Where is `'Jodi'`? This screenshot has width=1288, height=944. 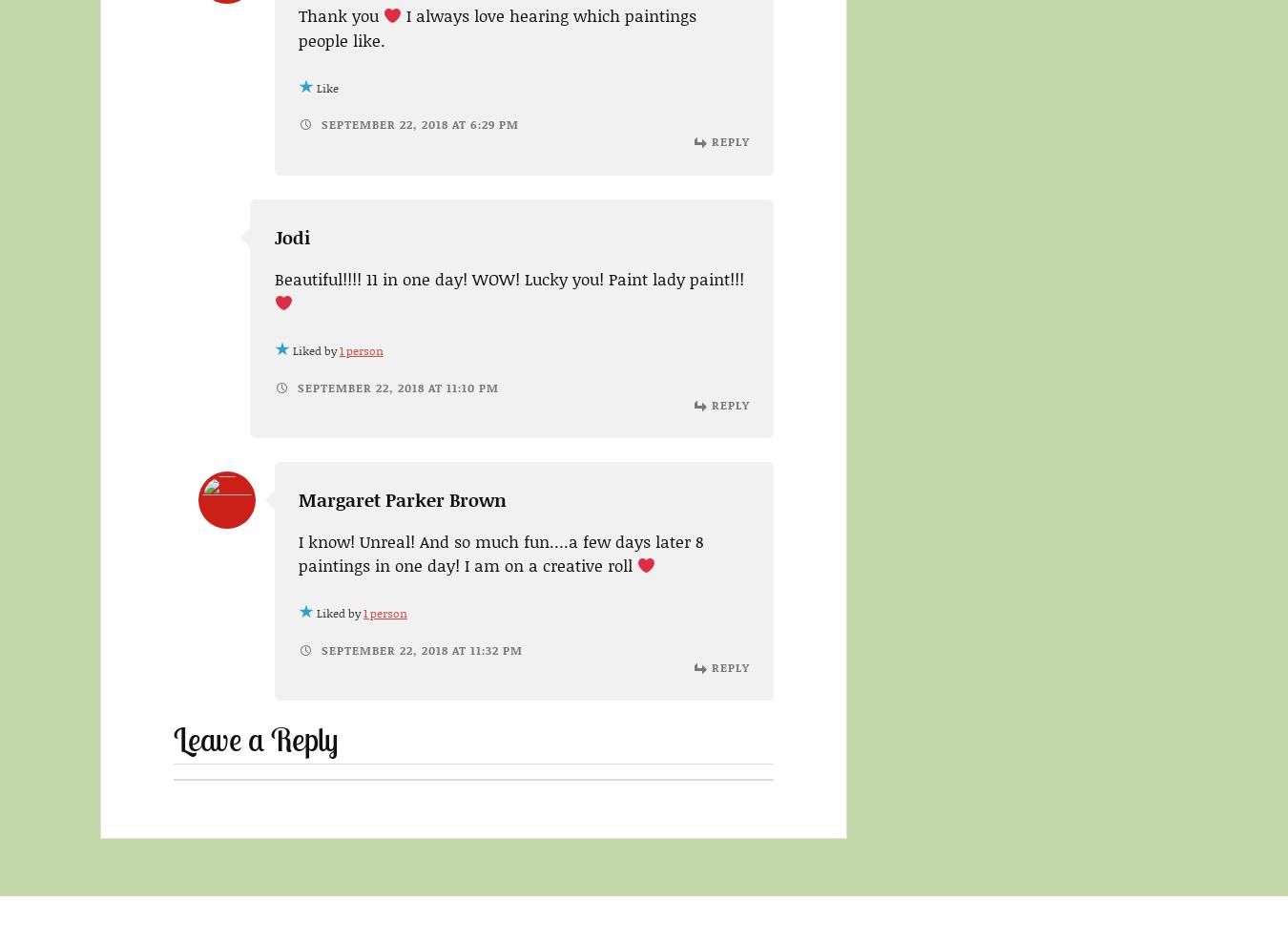
'Jodi' is located at coordinates (273, 235).